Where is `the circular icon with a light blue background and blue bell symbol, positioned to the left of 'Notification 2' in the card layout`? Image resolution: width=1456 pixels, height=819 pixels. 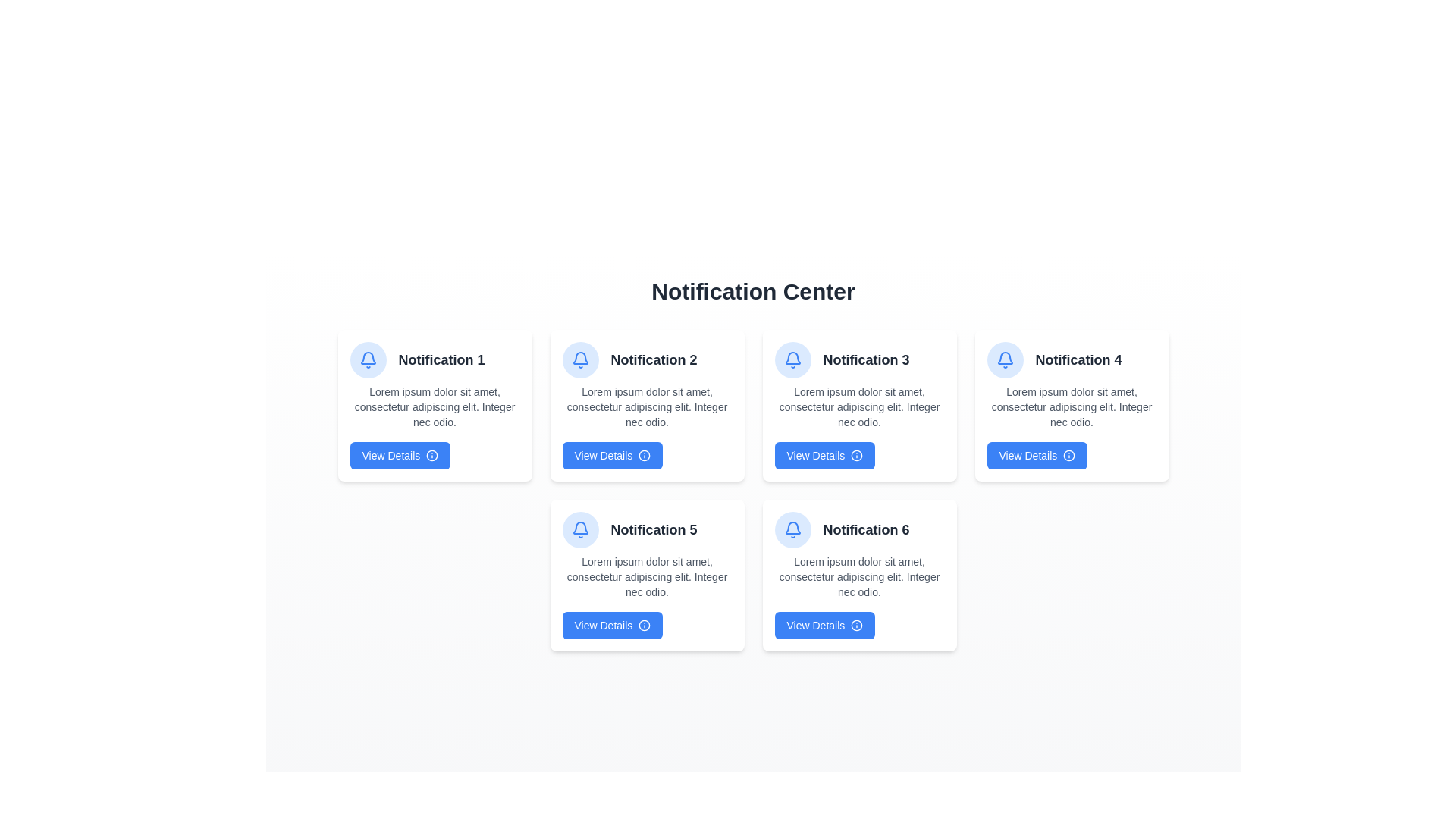 the circular icon with a light blue background and blue bell symbol, positioned to the left of 'Notification 2' in the card layout is located at coordinates (579, 359).